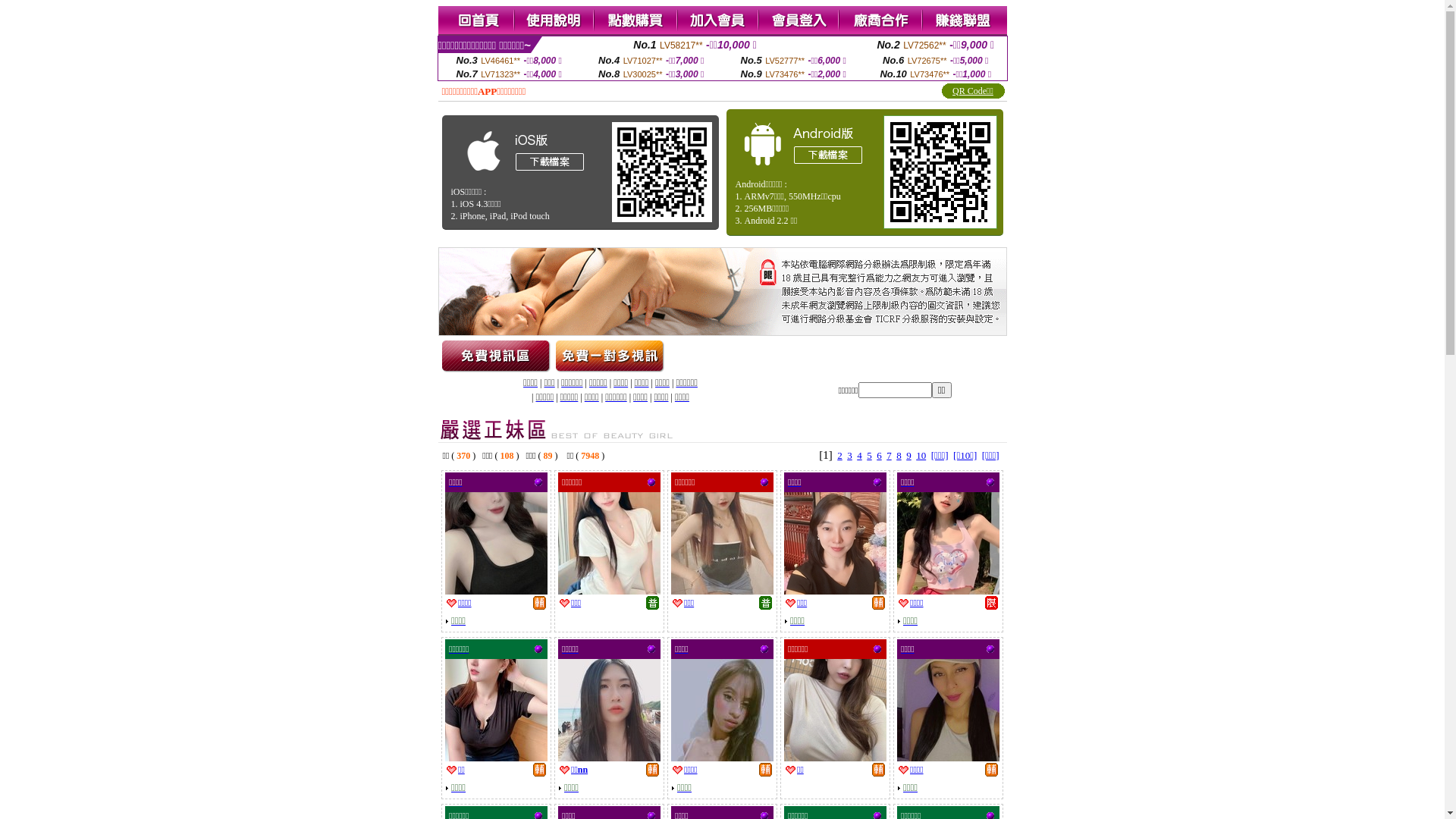  What do you see at coordinates (849, 454) in the screenshot?
I see `'3'` at bounding box center [849, 454].